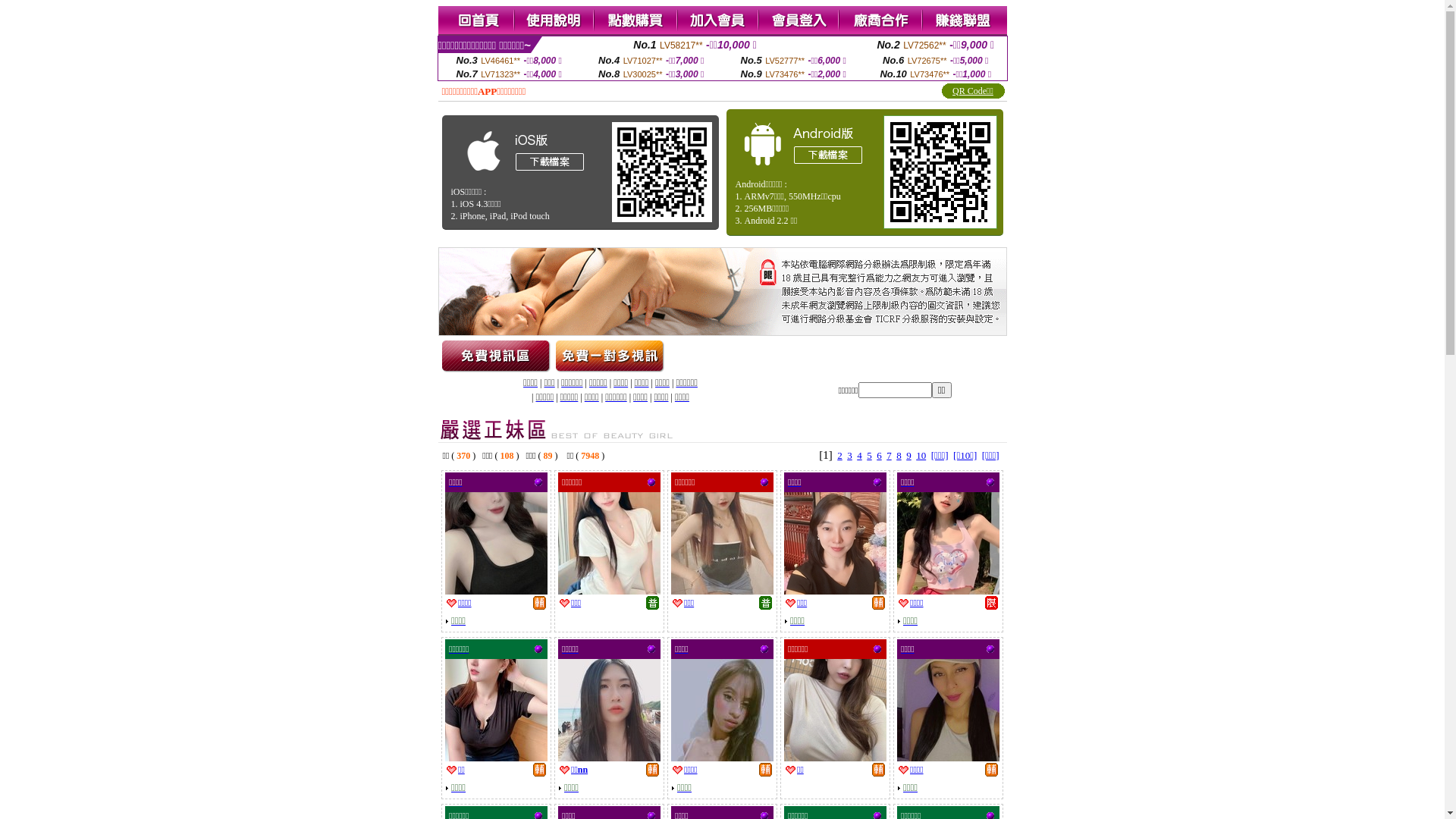  What do you see at coordinates (849, 454) in the screenshot?
I see `'3'` at bounding box center [849, 454].